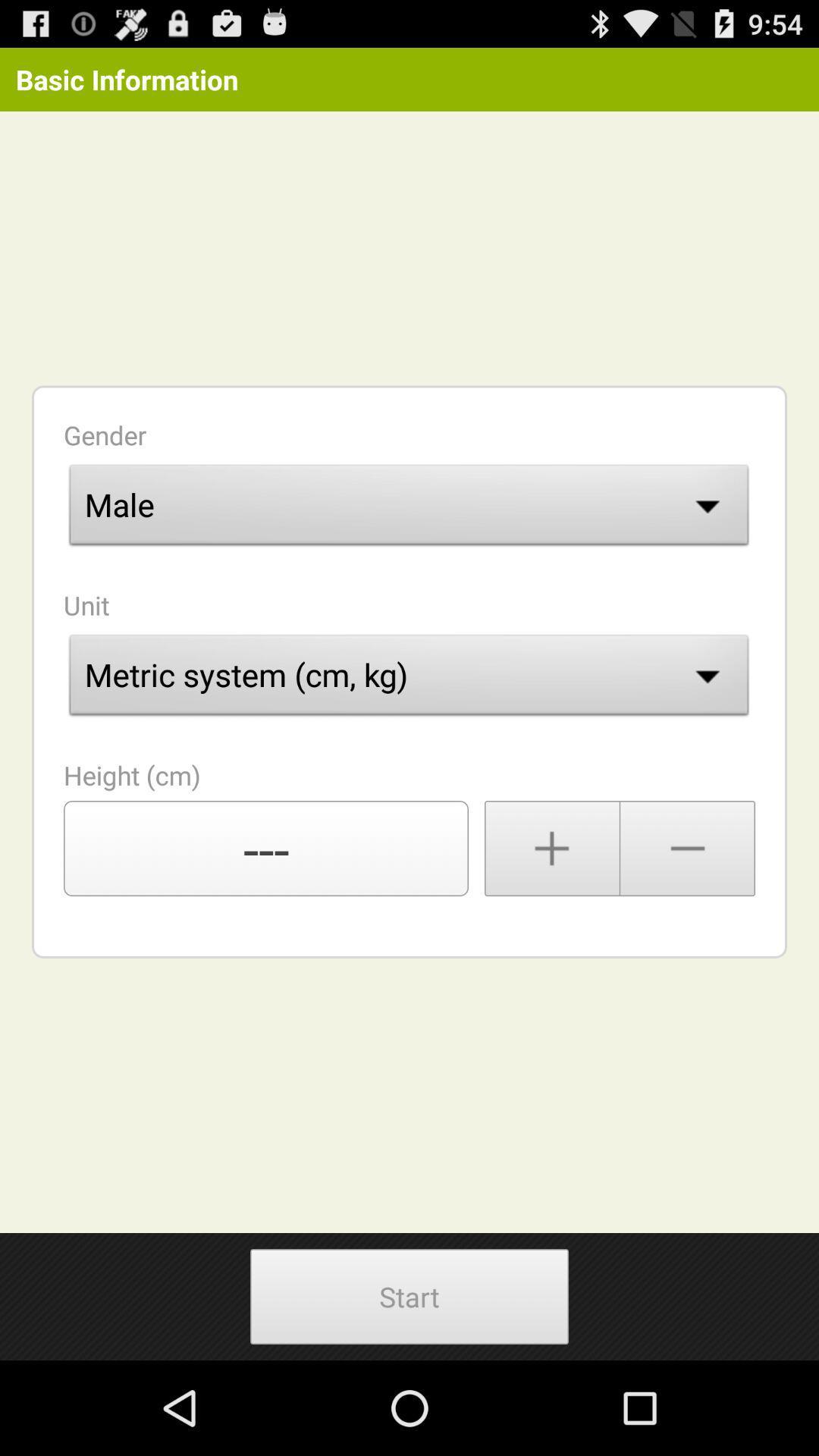 The image size is (819, 1456). Describe the element at coordinates (551, 847) in the screenshot. I see `raise height number` at that location.